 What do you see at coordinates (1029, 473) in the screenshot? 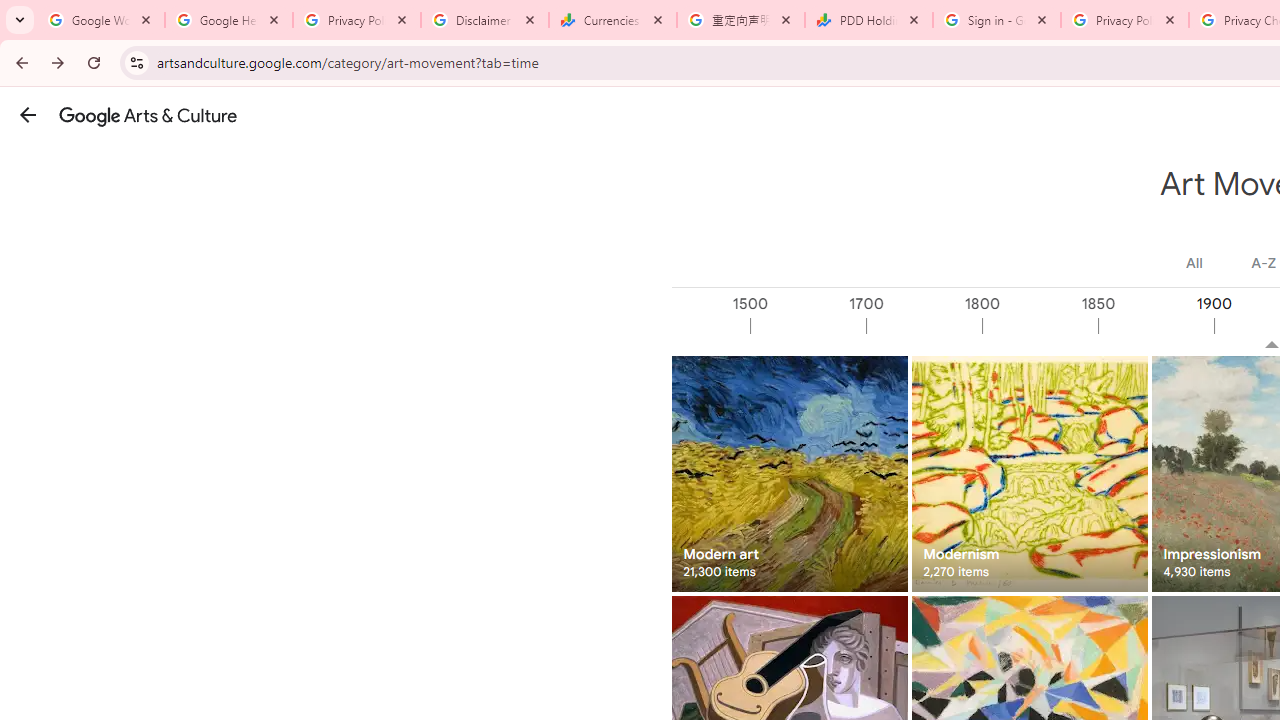
I see `'Modernism 2,270 items'` at bounding box center [1029, 473].